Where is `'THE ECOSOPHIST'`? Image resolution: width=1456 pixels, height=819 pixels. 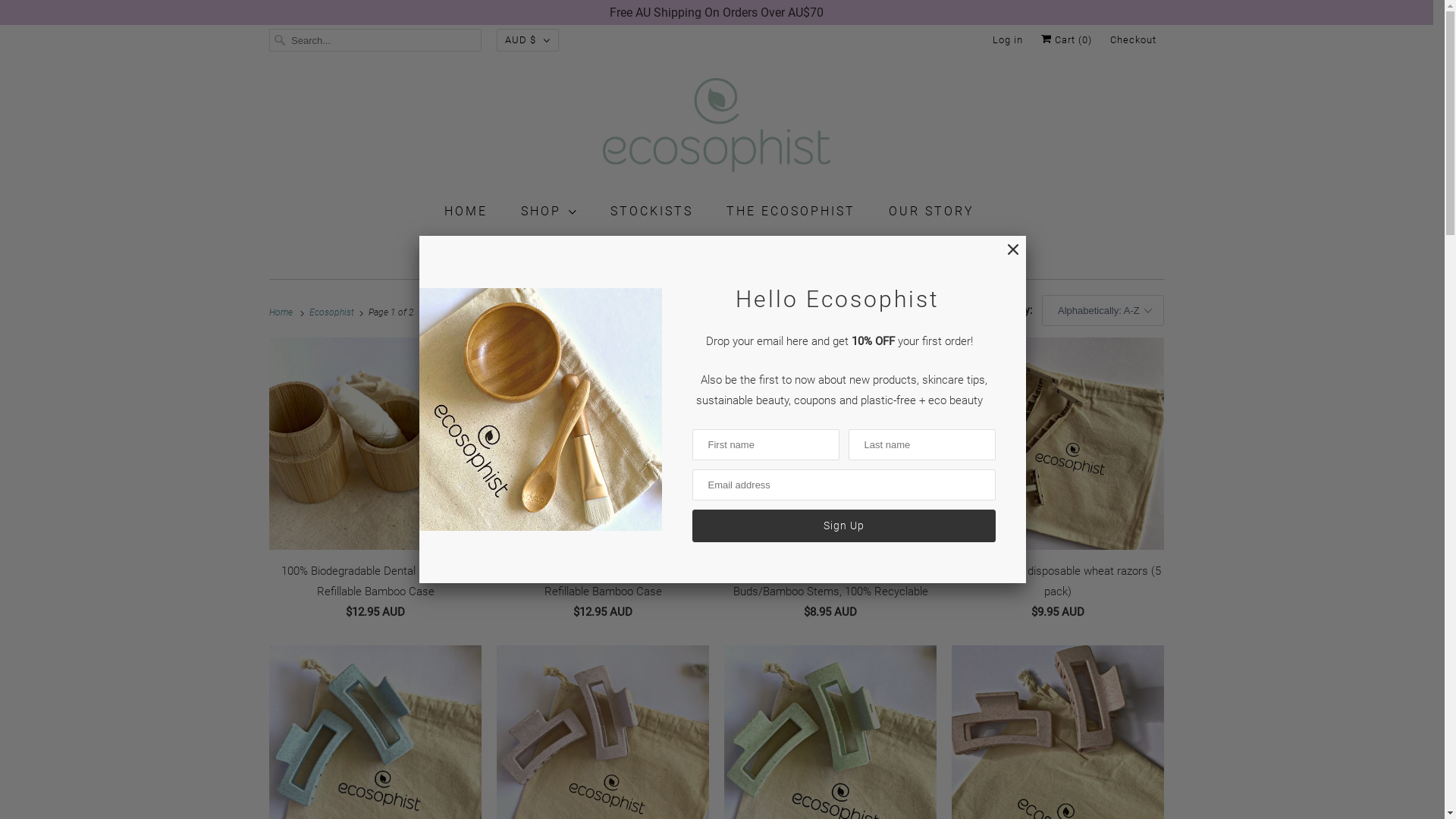
'THE ECOSOPHIST' is located at coordinates (726, 211).